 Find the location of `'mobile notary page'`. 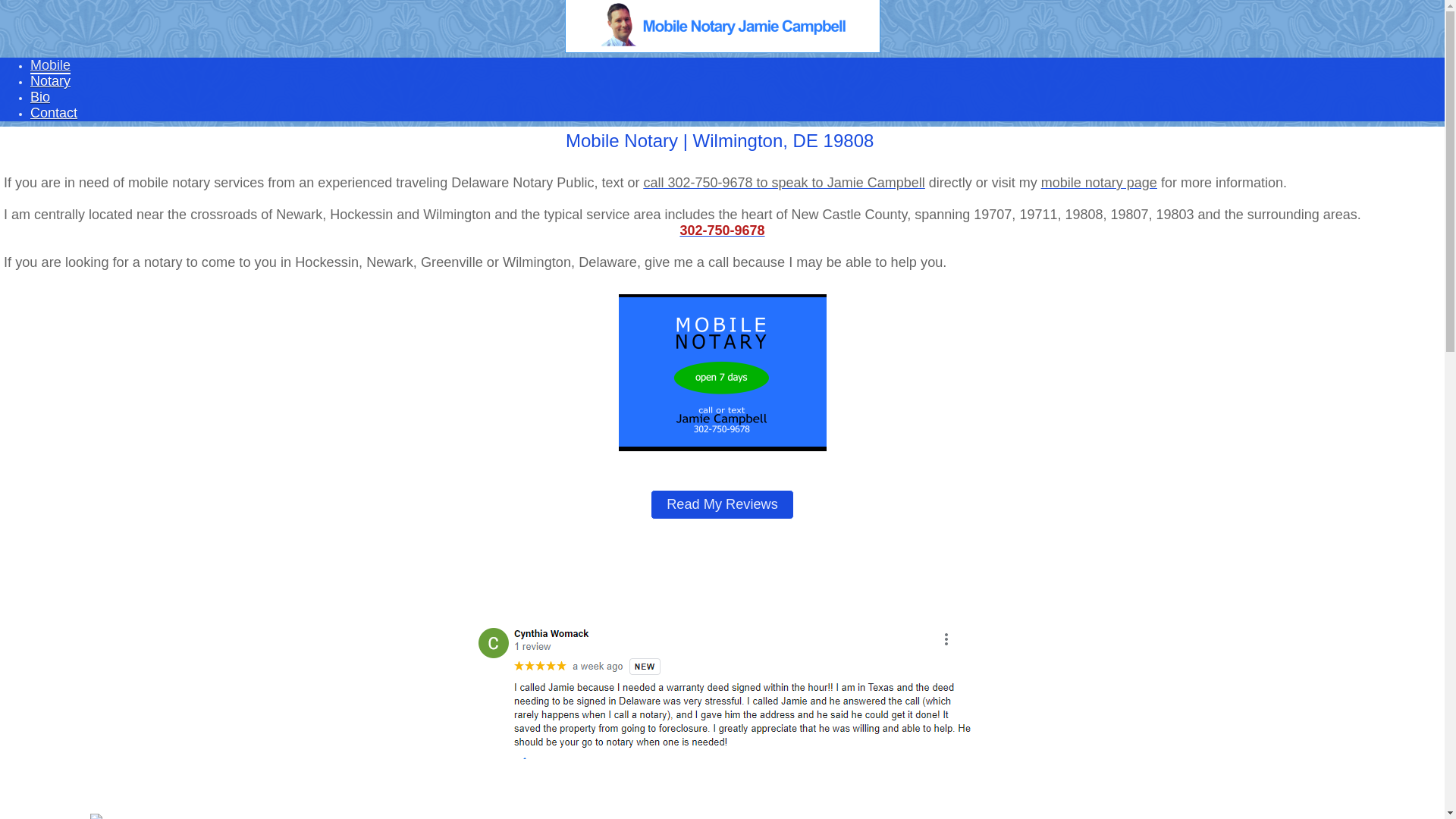

'mobile notary page' is located at coordinates (1099, 181).